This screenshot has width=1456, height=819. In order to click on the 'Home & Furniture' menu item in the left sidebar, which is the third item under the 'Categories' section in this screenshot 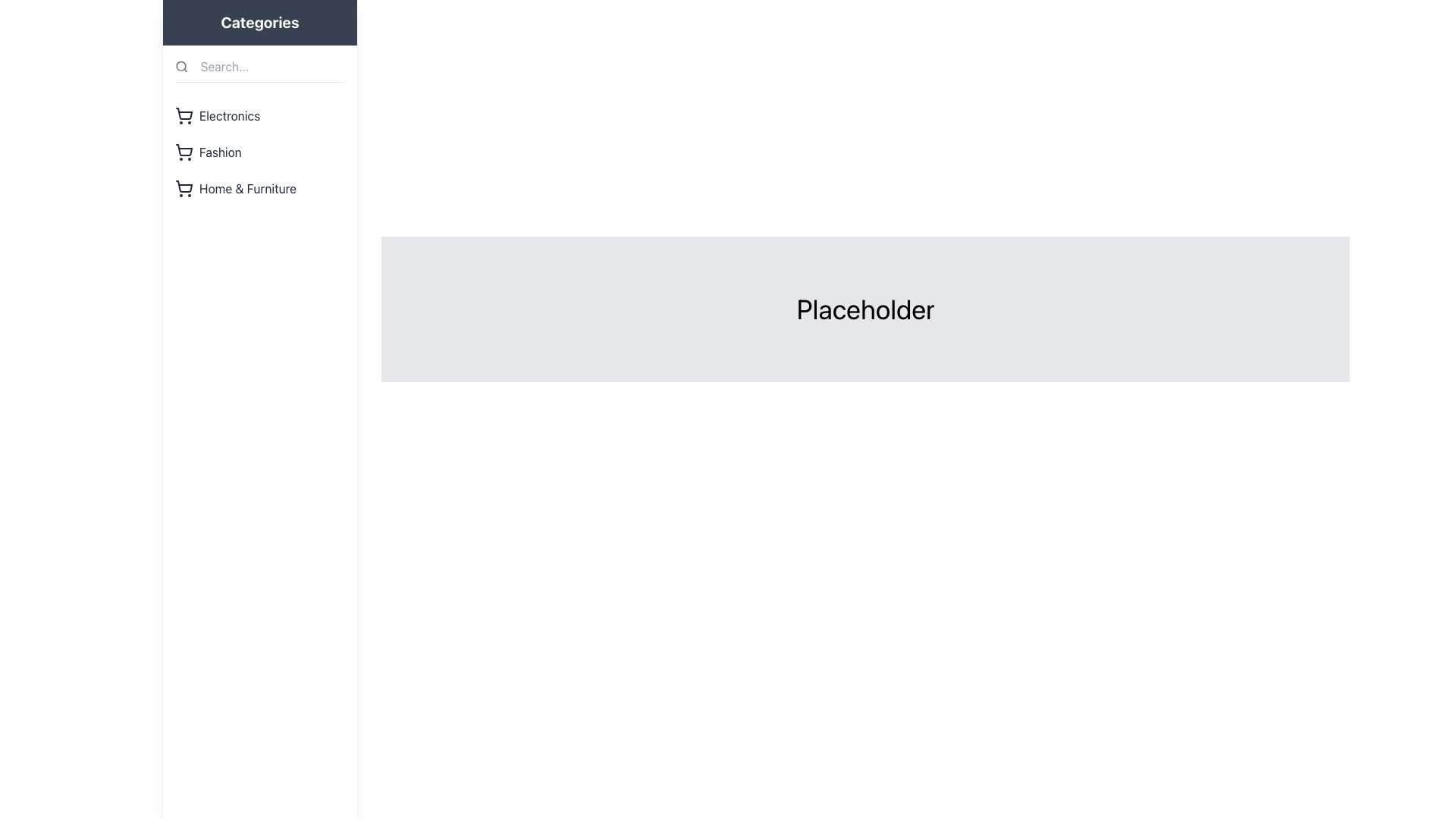, I will do `click(247, 188)`.